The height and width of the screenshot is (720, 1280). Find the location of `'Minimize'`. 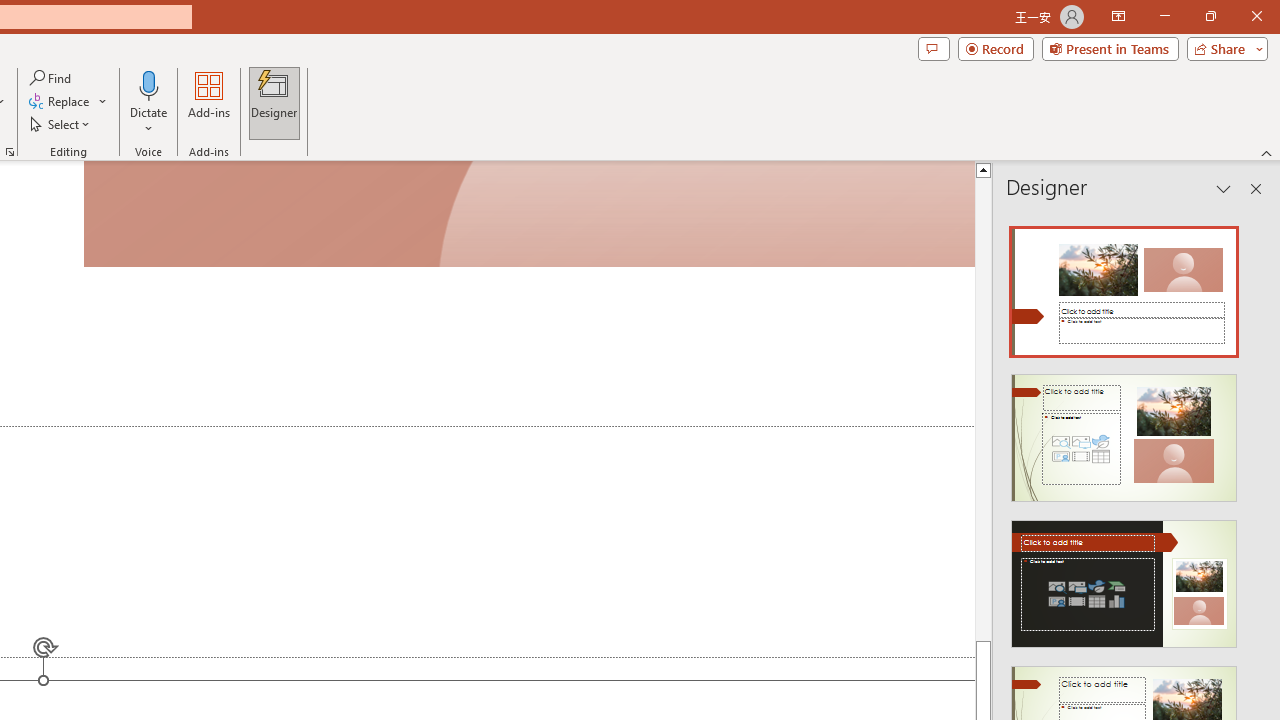

'Minimize' is located at coordinates (1164, 16).